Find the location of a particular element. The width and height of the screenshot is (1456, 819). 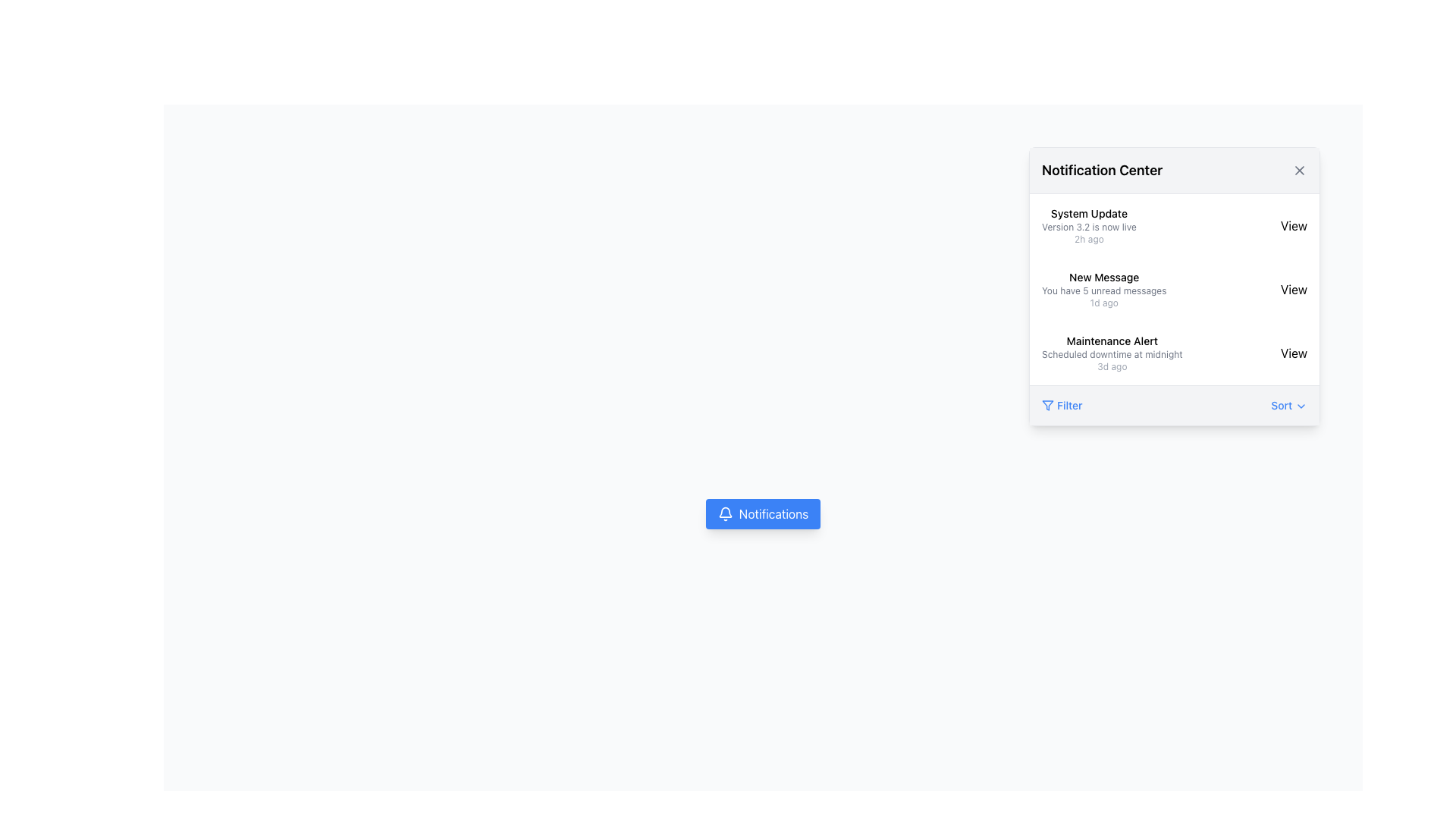

the second notification entry element in the notification list is located at coordinates (1174, 289).